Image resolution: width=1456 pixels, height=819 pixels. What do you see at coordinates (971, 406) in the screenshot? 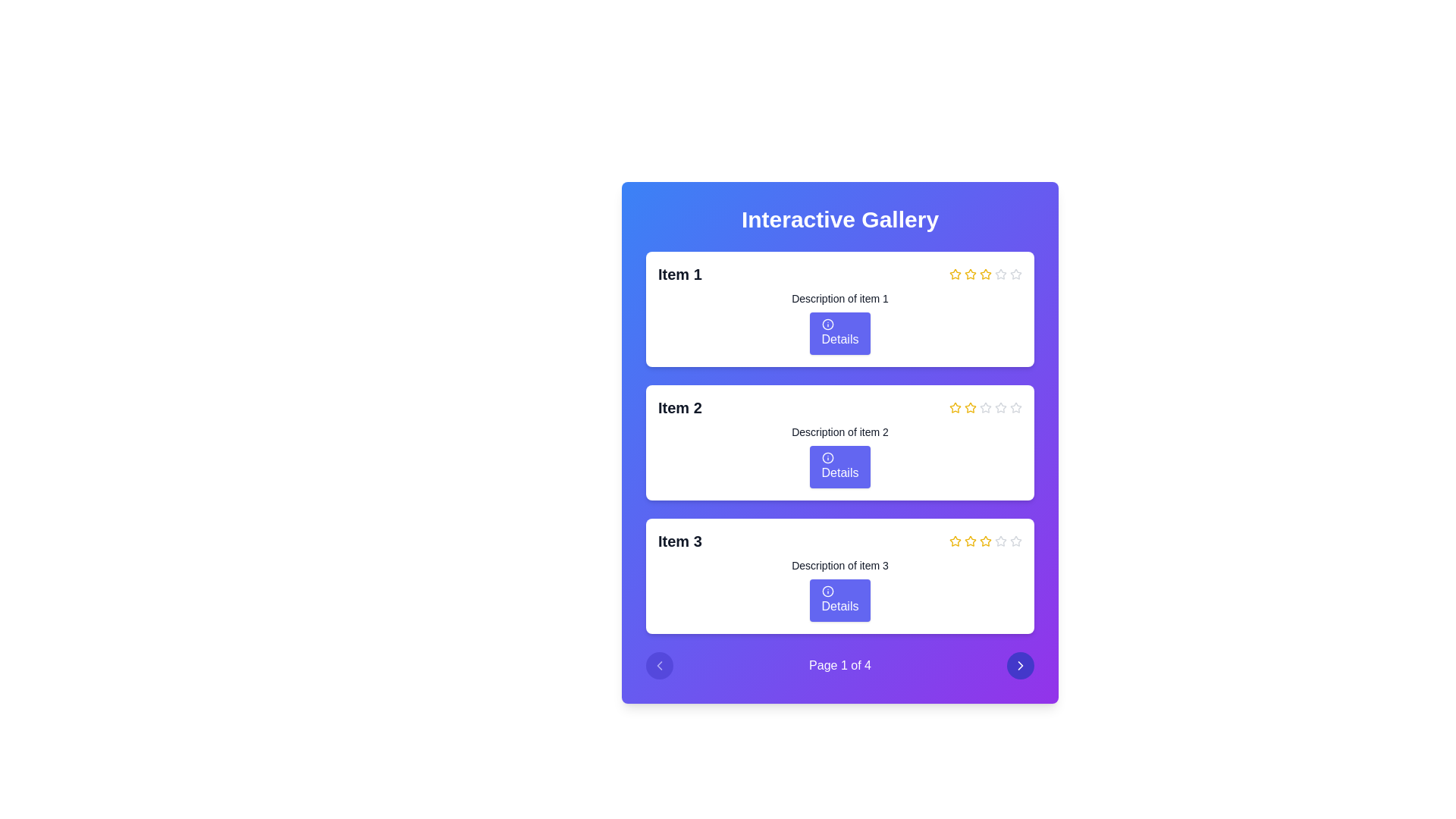
I see `the third star icon representing the third rating option for the second item in the rating section` at bounding box center [971, 406].